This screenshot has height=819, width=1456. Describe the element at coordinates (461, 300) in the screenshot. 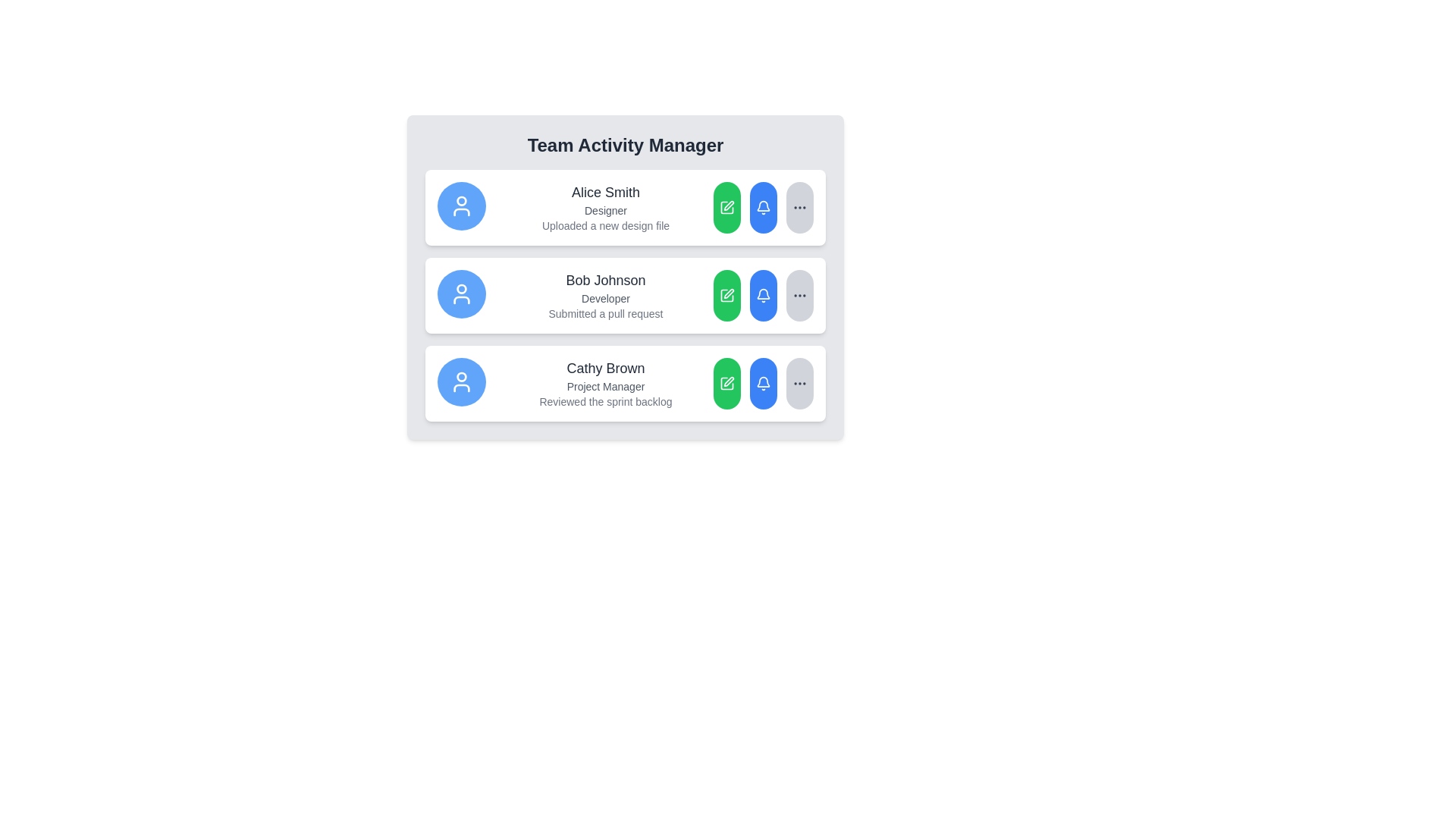

I see `the user profile avatar icon for 'Bob Johnson' in the 'Team Activity Manager' panel, which consists of a torso shape and a head` at that location.